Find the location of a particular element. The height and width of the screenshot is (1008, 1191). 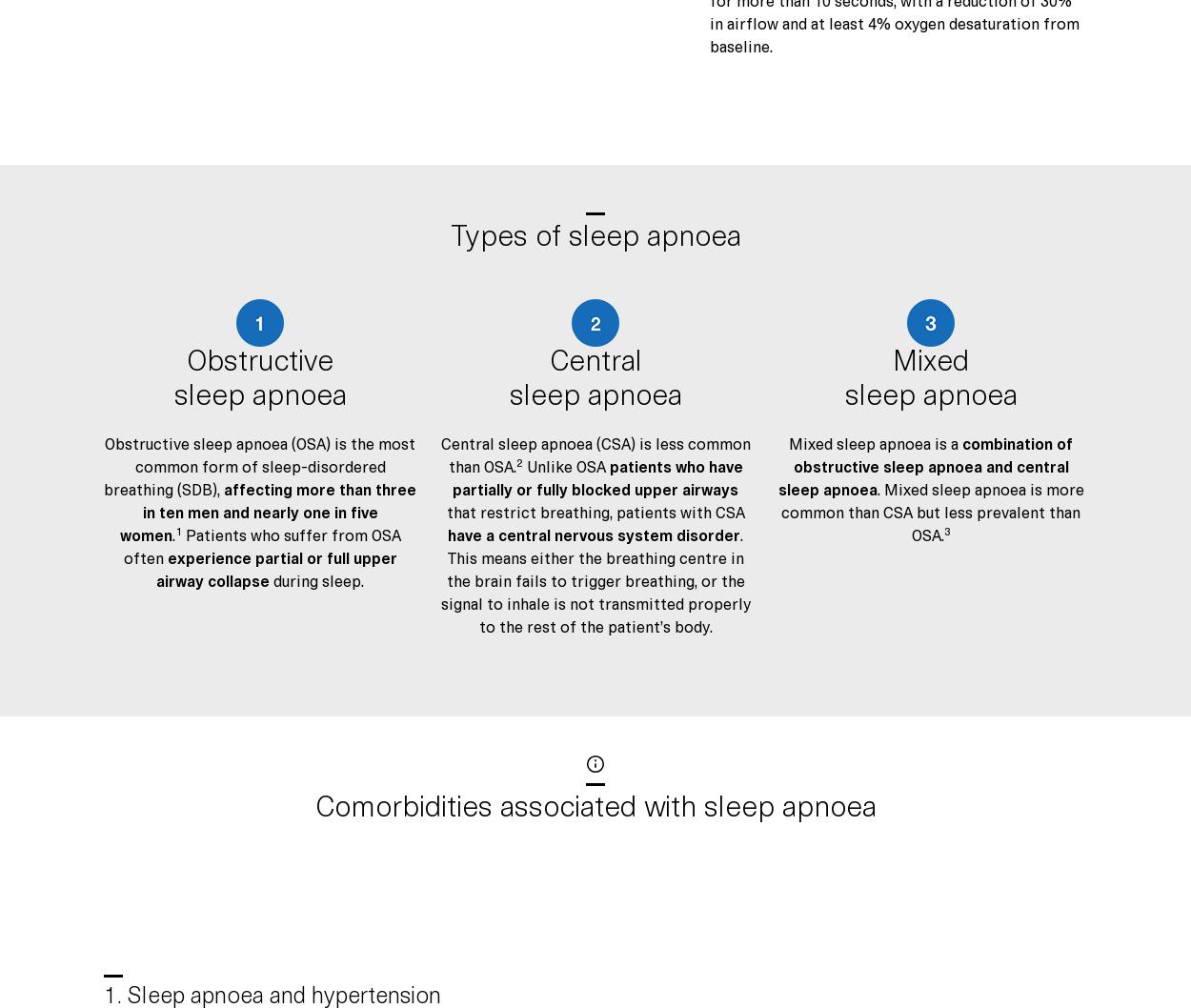

'ResMed EMEA General Commercial Terms and Conditions  (Professionals)' is located at coordinates (690, 958).